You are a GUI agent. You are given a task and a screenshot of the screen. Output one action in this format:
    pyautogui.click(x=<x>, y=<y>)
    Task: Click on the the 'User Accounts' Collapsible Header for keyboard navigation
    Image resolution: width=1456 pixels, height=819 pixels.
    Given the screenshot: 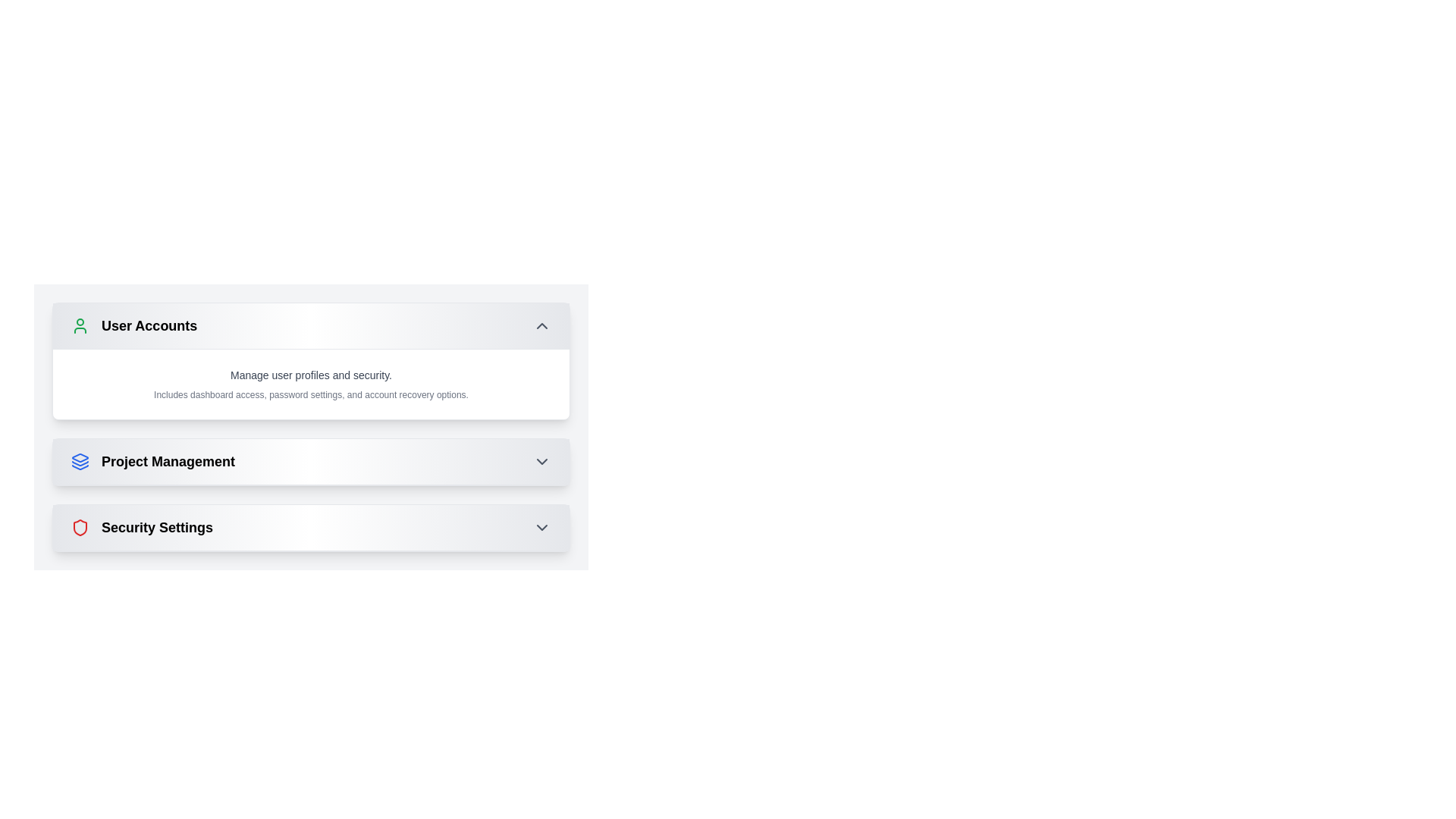 What is the action you would take?
    pyautogui.click(x=310, y=325)
    